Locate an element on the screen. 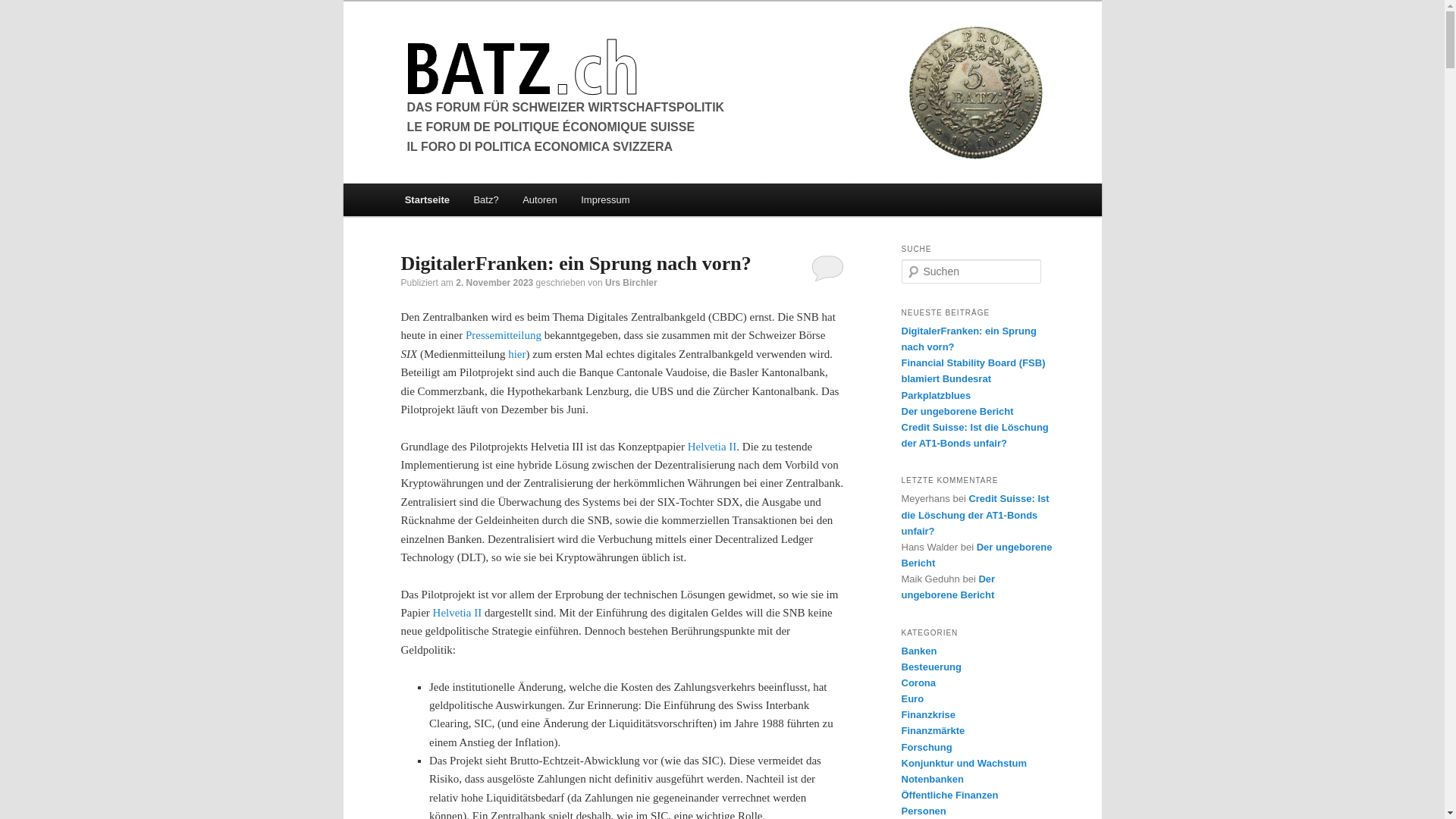 The width and height of the screenshot is (1456, 819). 'Autoren' is located at coordinates (539, 199).